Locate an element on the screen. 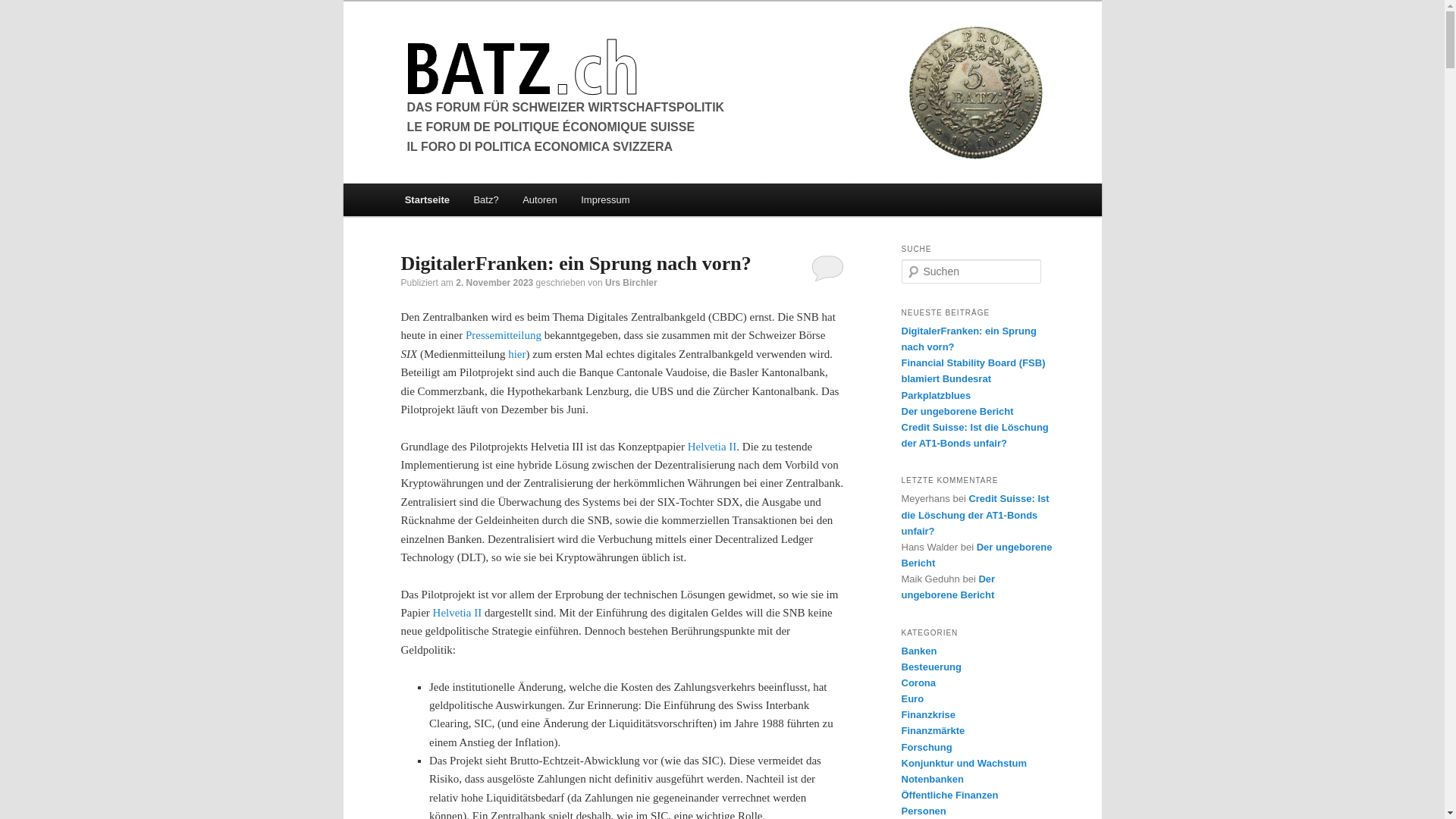 The width and height of the screenshot is (1456, 819). 'Autoren' is located at coordinates (539, 199).